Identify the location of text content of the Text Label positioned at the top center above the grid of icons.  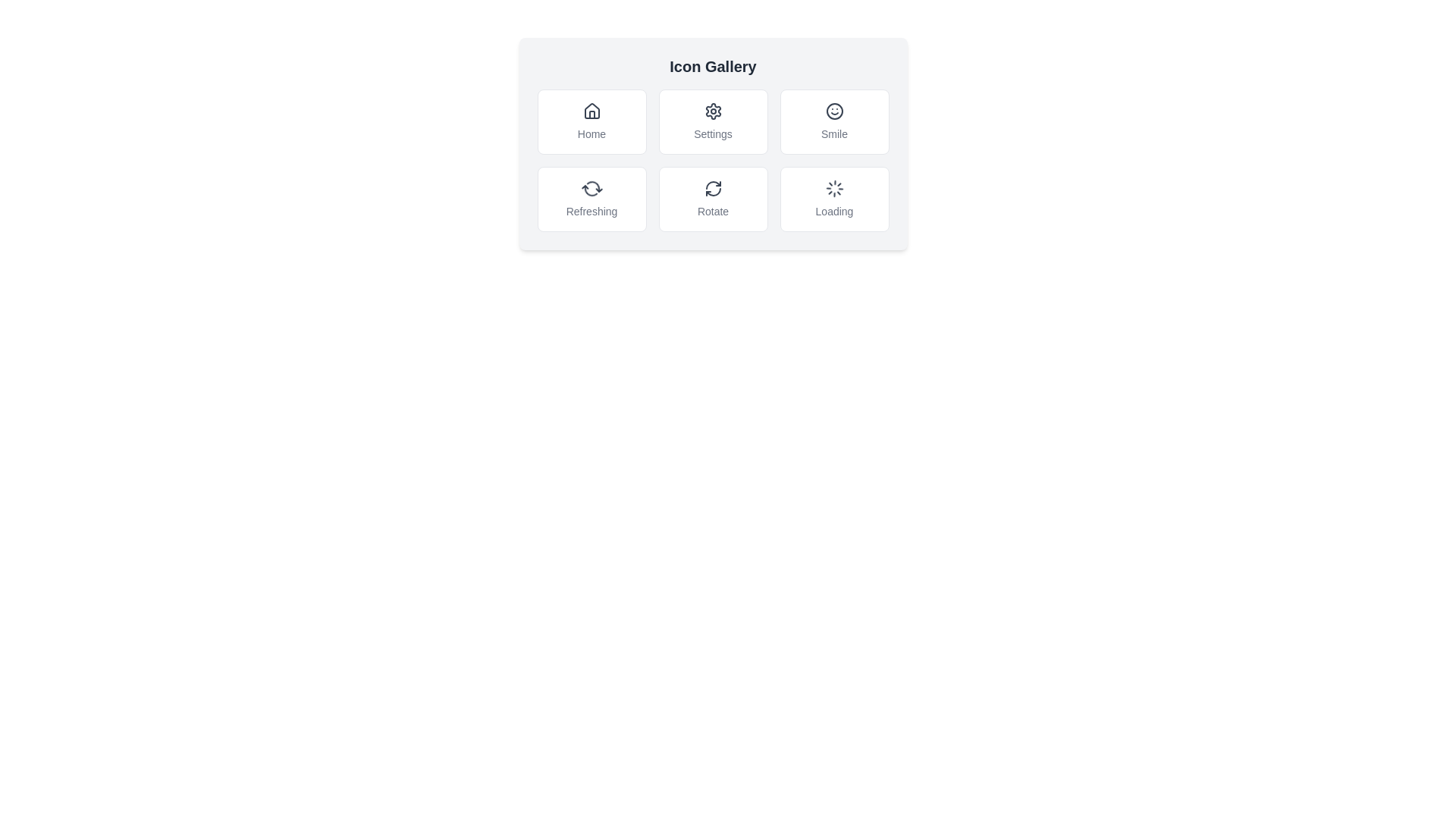
(712, 66).